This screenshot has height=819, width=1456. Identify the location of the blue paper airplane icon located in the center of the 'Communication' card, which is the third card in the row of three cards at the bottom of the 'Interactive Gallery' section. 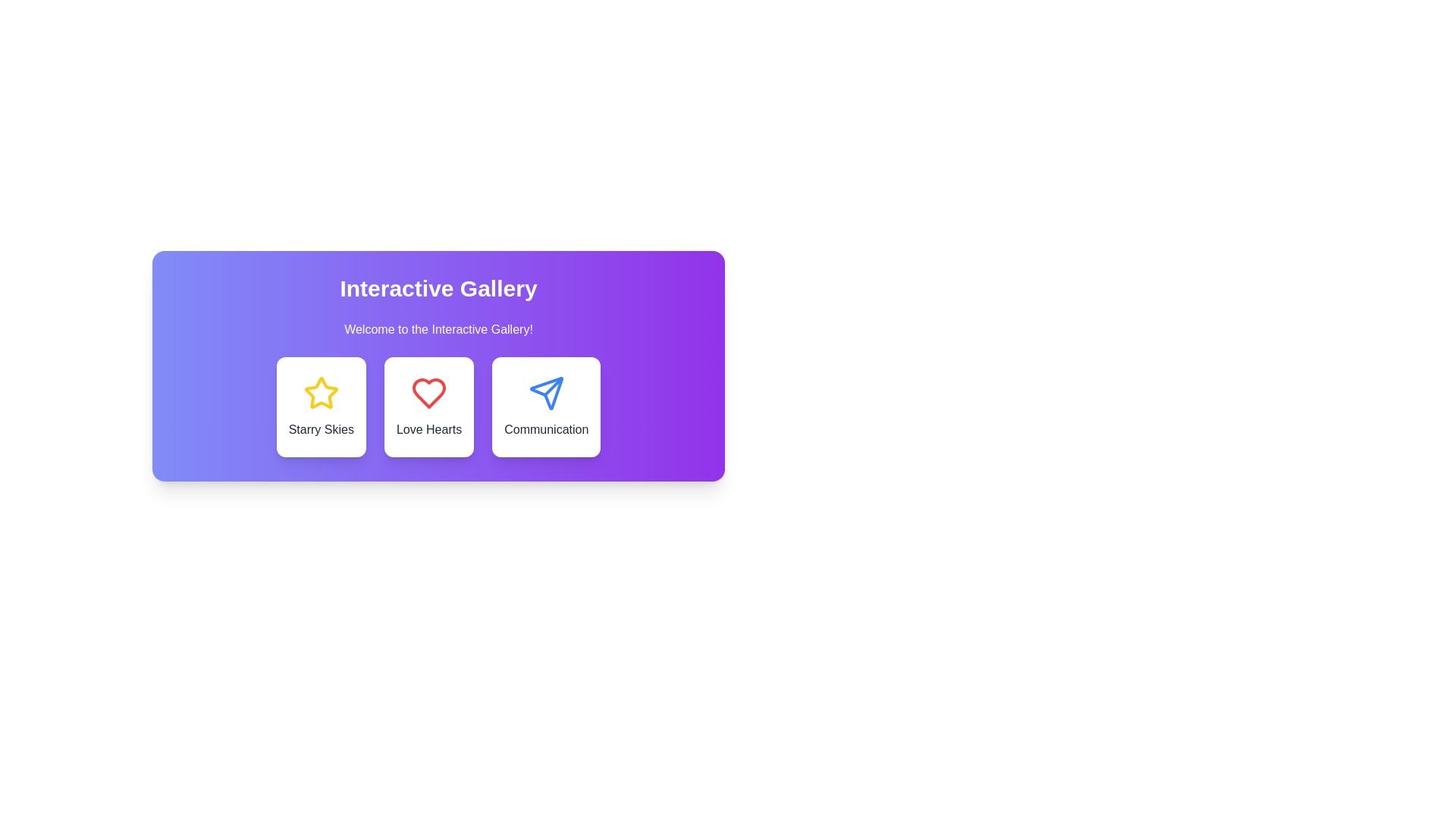
(546, 393).